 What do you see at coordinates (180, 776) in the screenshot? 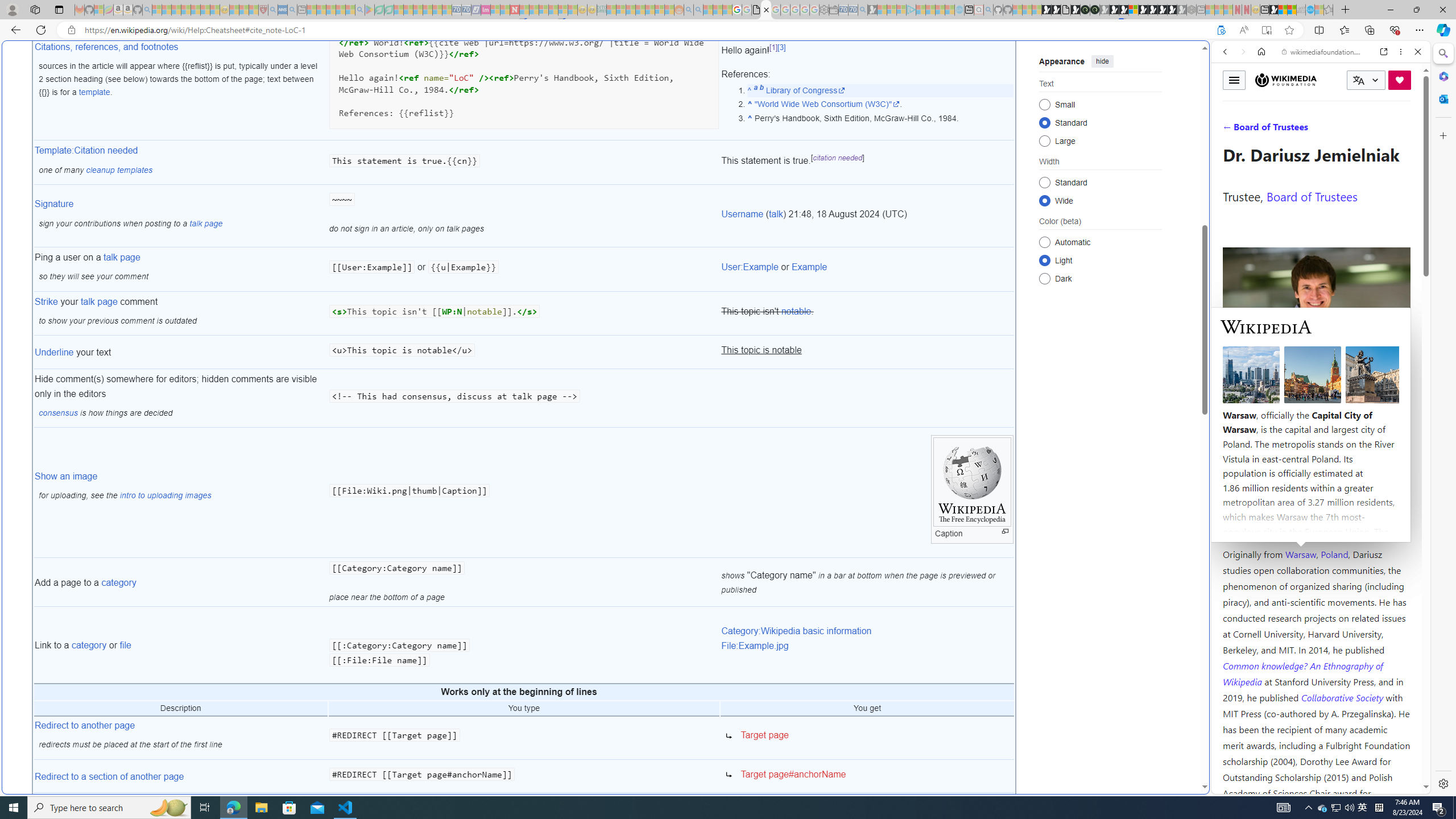
I see `'Redirect to a section of another page'` at bounding box center [180, 776].